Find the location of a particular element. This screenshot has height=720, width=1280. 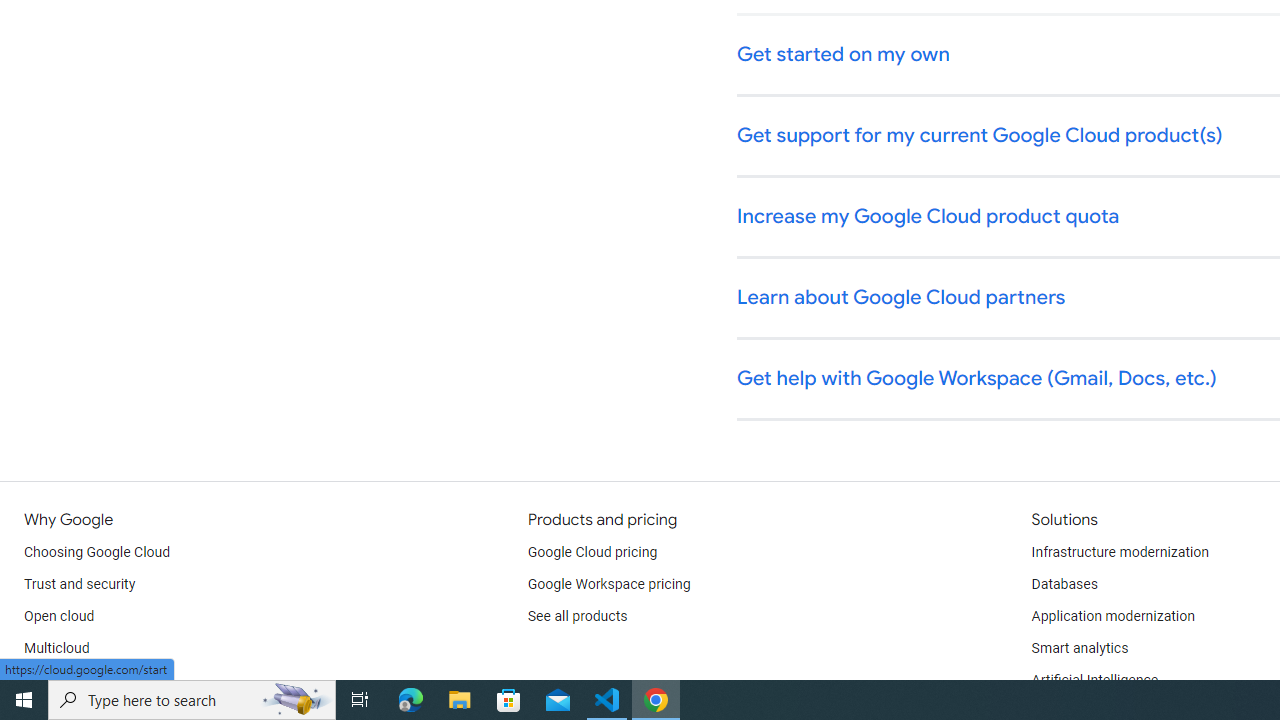

'Infrastructure modernization' is located at coordinates (1120, 552).